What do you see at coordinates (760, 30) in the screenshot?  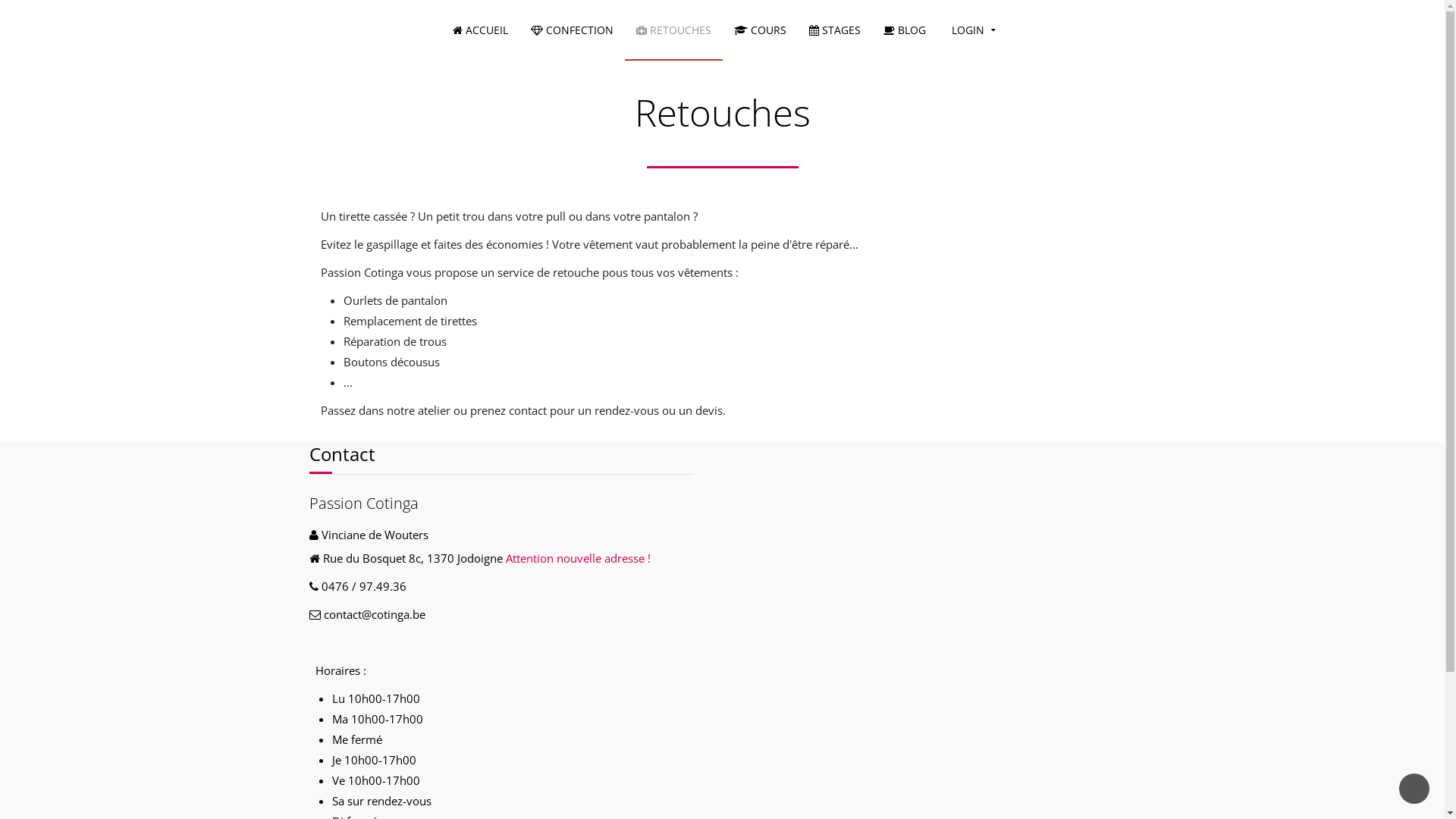 I see `'COURS'` at bounding box center [760, 30].